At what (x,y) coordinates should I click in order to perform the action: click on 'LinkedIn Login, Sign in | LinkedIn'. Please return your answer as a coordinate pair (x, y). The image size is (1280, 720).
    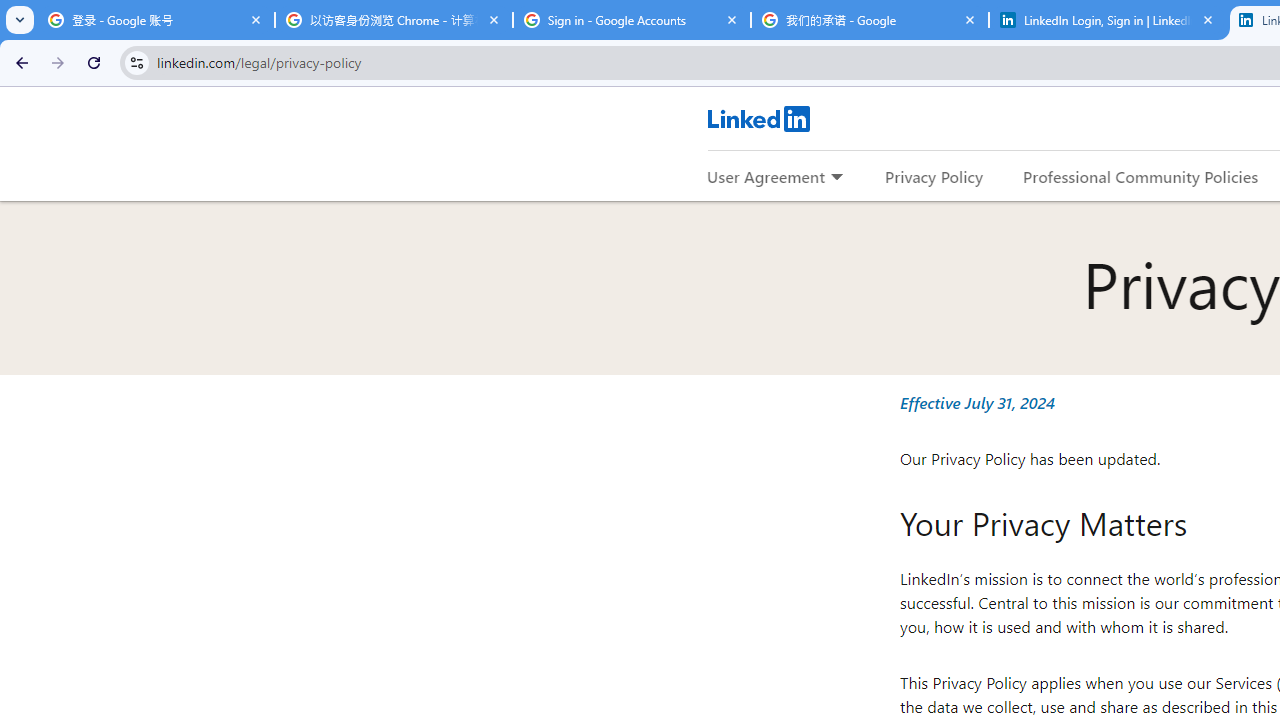
    Looking at the image, I should click on (1107, 20).